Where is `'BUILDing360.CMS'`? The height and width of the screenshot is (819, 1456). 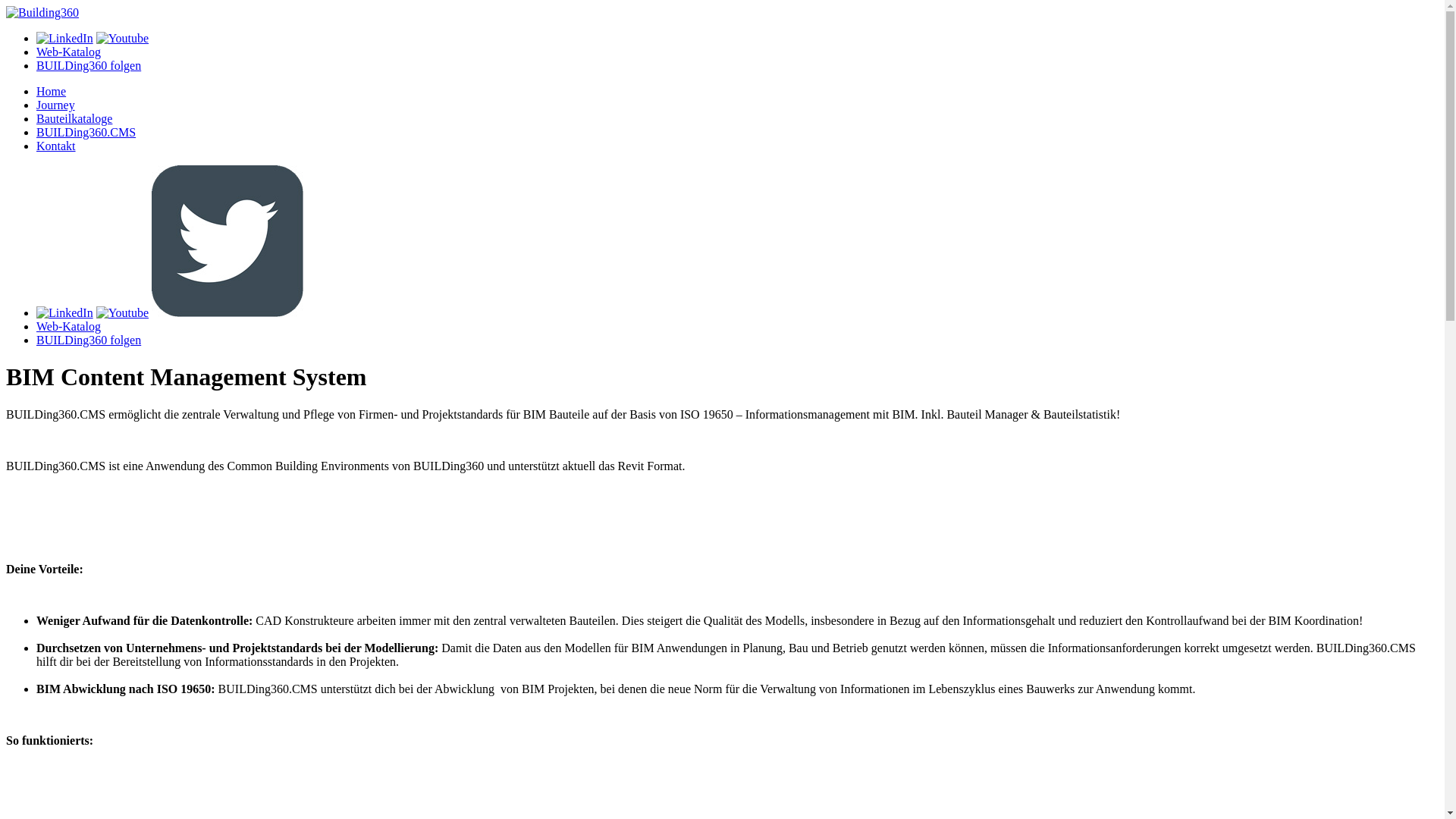
'BUILDing360.CMS' is located at coordinates (85, 131).